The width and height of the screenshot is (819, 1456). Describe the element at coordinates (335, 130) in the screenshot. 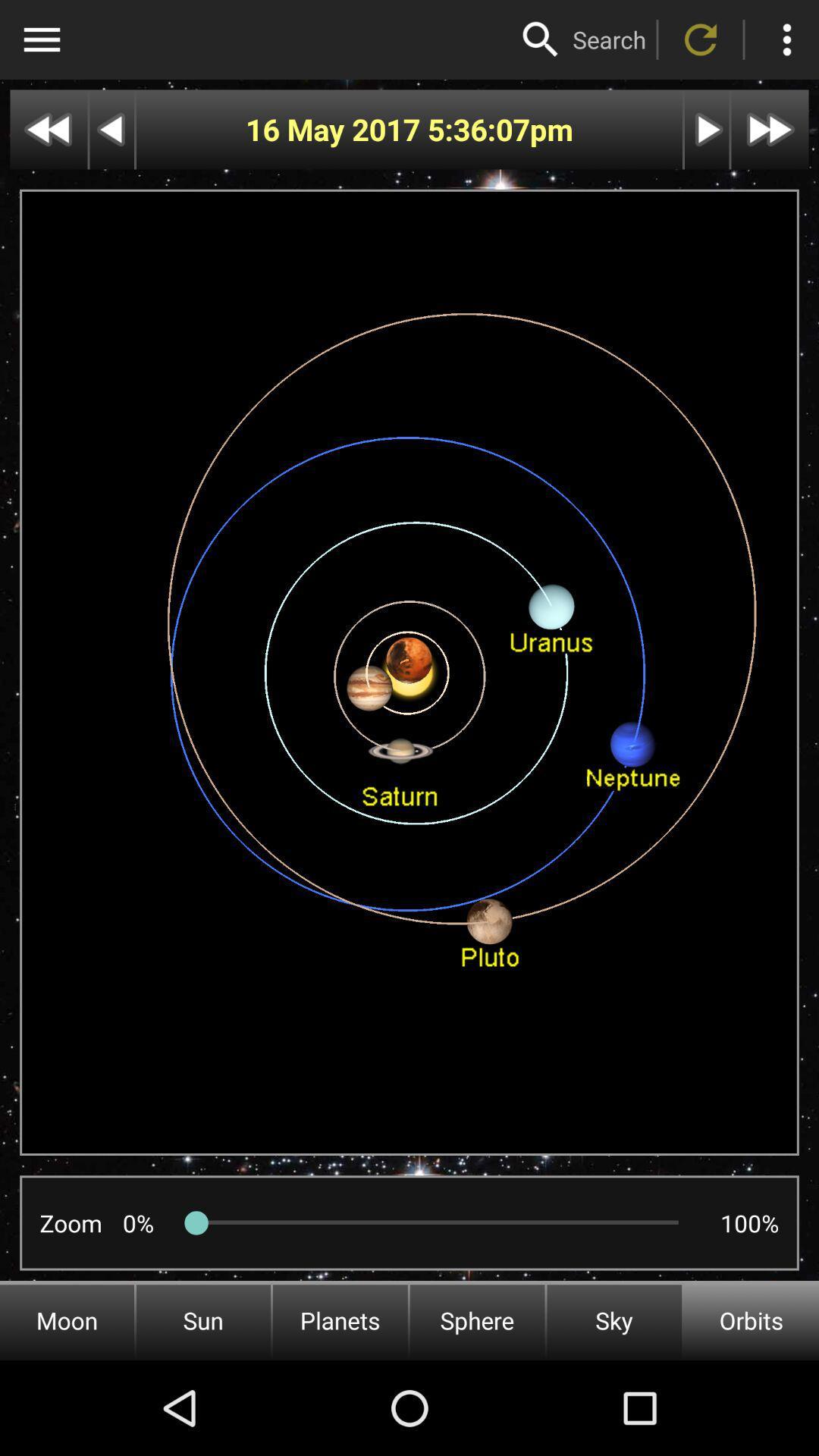

I see `16 may 2017  icon` at that location.